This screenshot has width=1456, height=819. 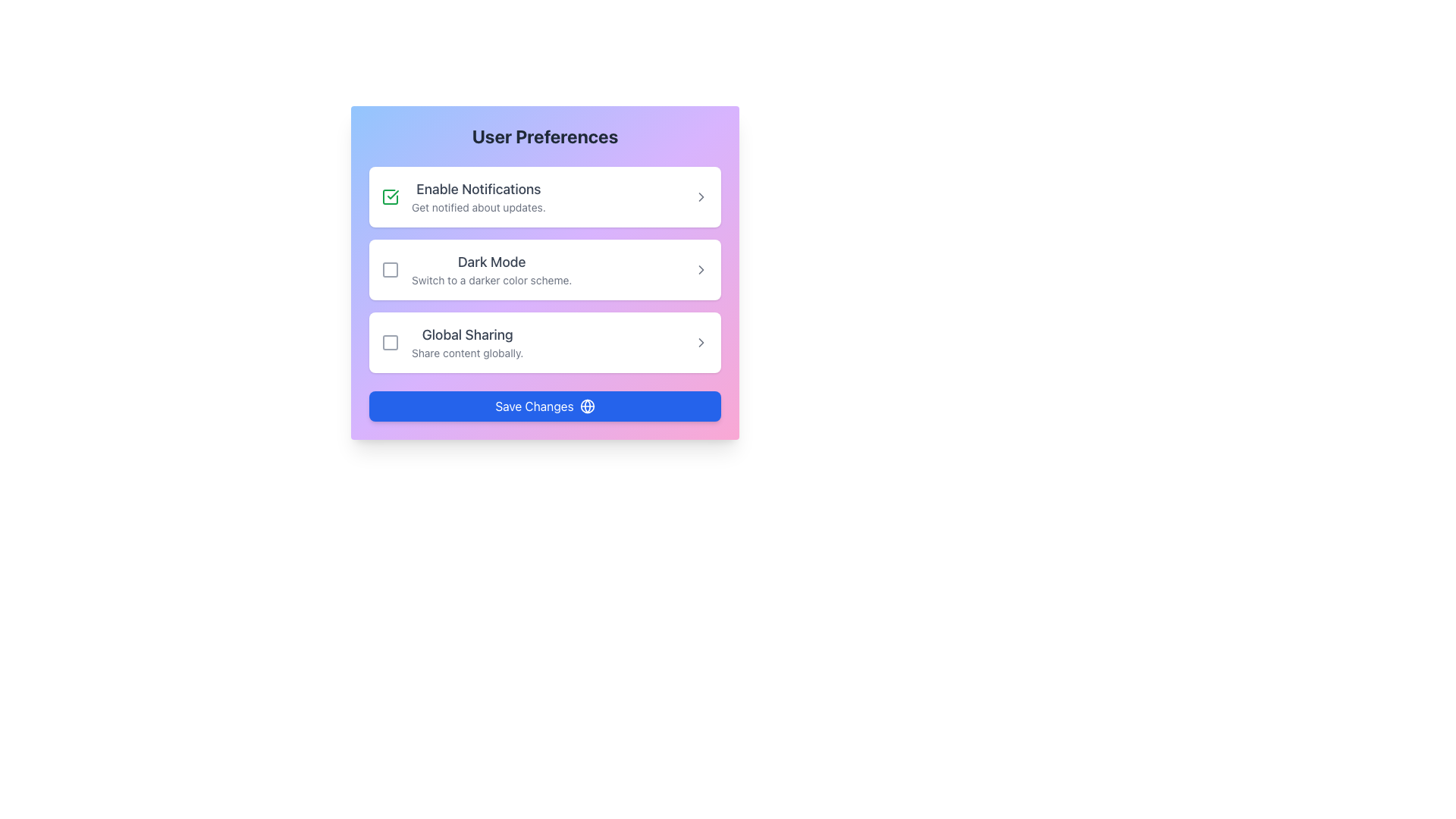 What do you see at coordinates (390, 196) in the screenshot?
I see `the checkbox located on the left side of the 'Enable Notifications' label` at bounding box center [390, 196].